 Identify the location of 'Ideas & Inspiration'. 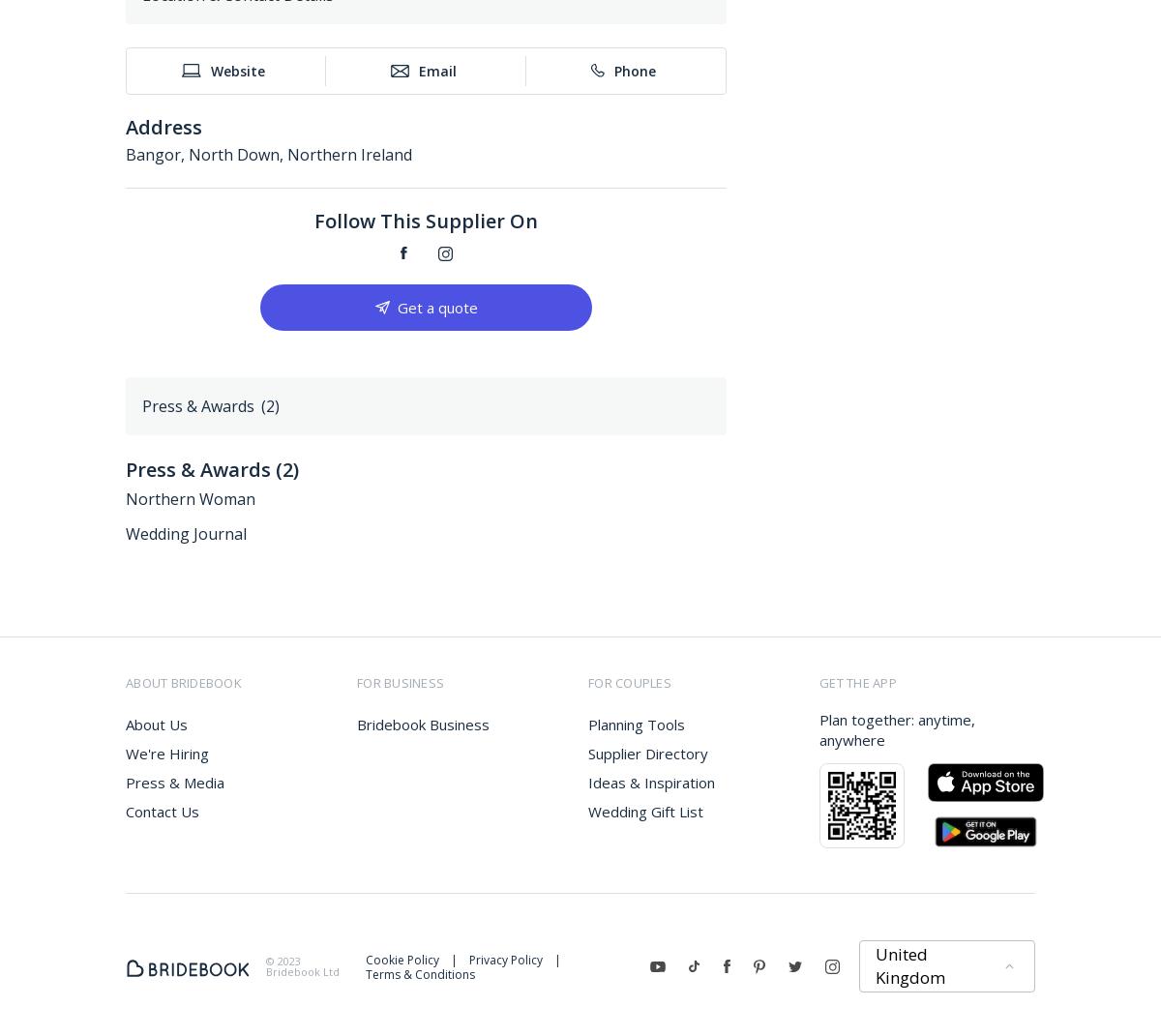
(651, 780).